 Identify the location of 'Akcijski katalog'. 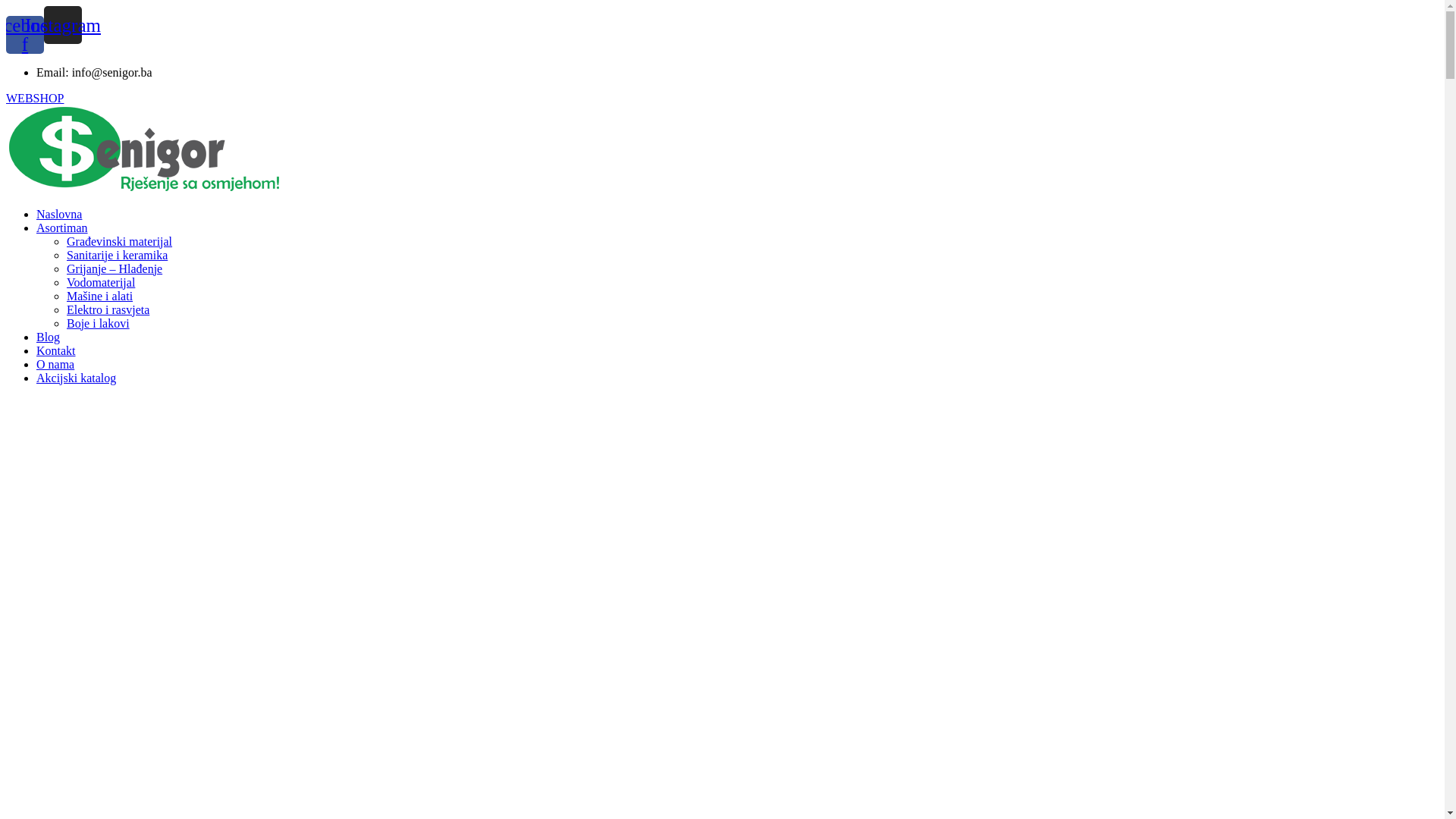
(36, 377).